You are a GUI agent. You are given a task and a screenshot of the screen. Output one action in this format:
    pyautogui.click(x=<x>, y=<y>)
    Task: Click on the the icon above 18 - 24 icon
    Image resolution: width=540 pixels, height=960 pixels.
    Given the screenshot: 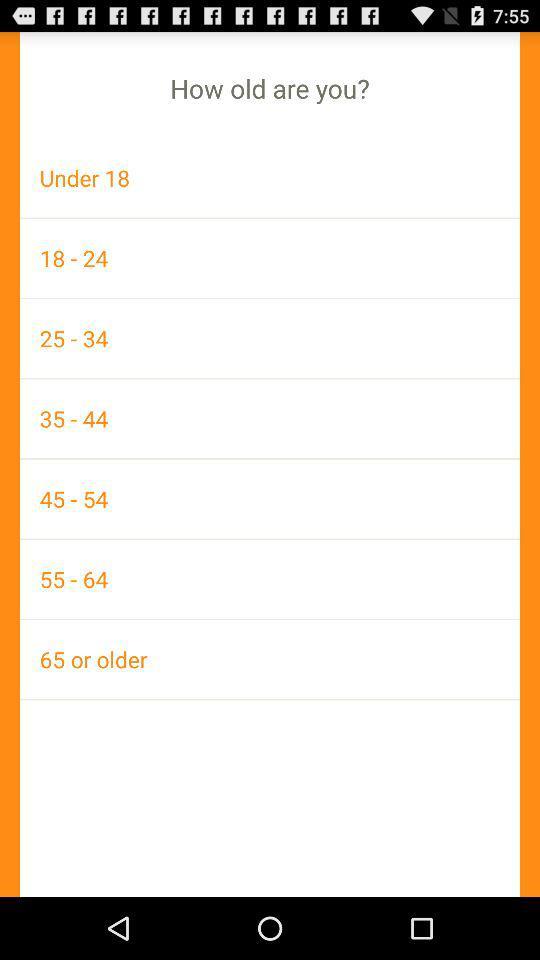 What is the action you would take?
    pyautogui.click(x=270, y=177)
    